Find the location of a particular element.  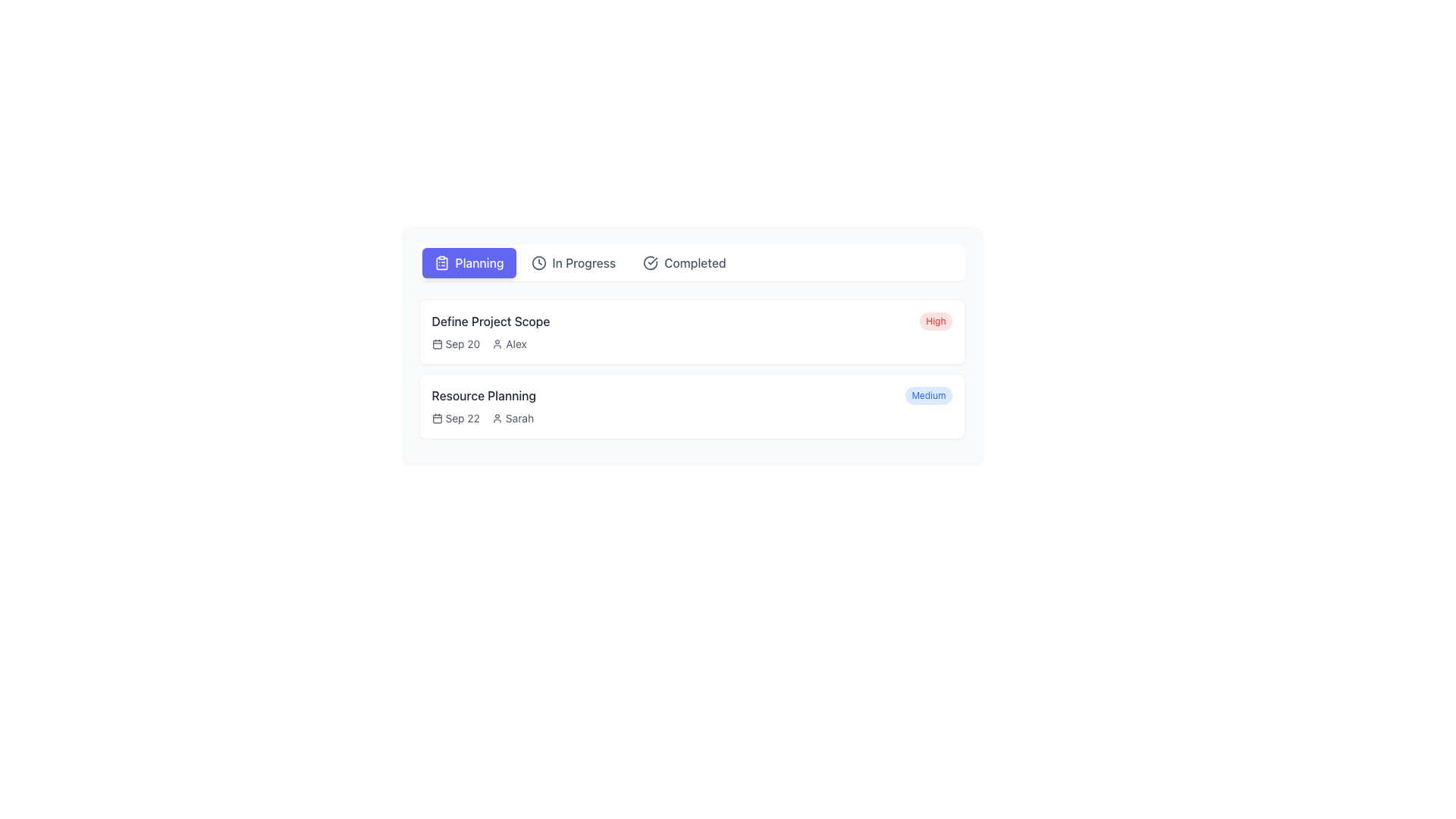

the 'In Progress' button, which is the second button in a horizontal arrangement of three buttons is located at coordinates (573, 262).